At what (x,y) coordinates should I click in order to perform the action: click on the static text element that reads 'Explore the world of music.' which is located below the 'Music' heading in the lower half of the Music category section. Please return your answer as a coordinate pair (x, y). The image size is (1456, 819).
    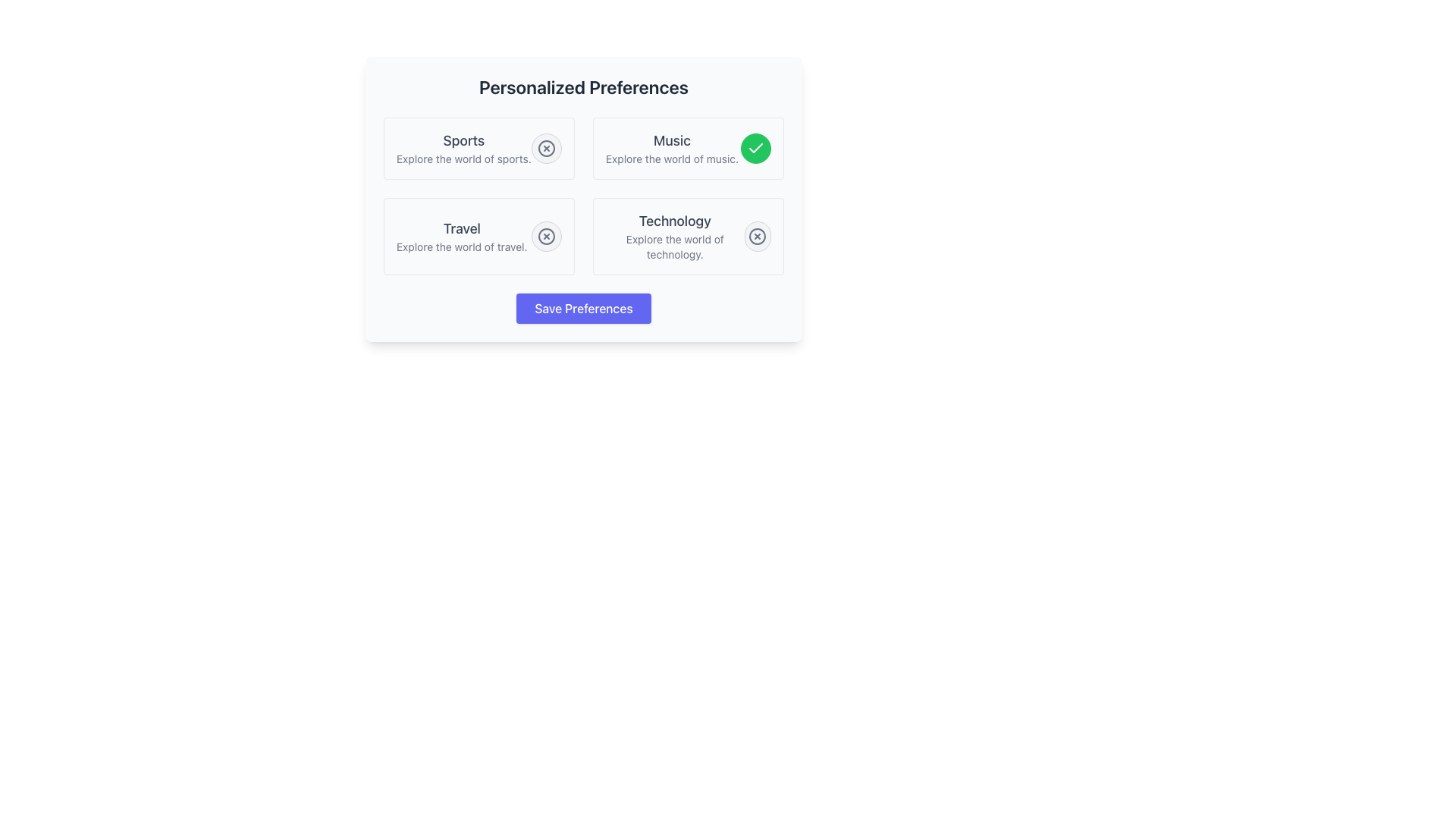
    Looking at the image, I should click on (671, 158).